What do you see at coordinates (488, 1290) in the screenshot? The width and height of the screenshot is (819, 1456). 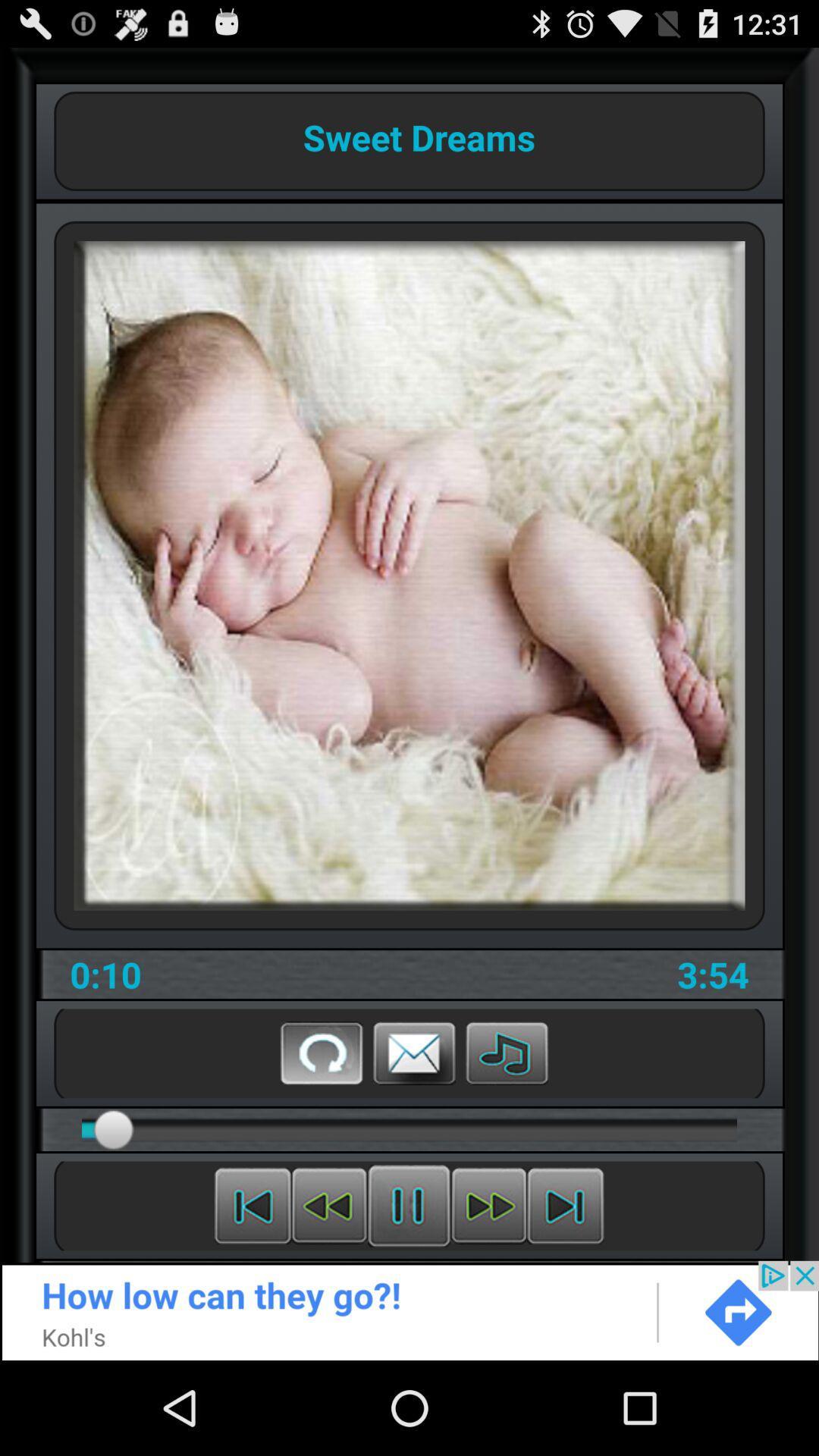 I see `the av_forward icon` at bounding box center [488, 1290].